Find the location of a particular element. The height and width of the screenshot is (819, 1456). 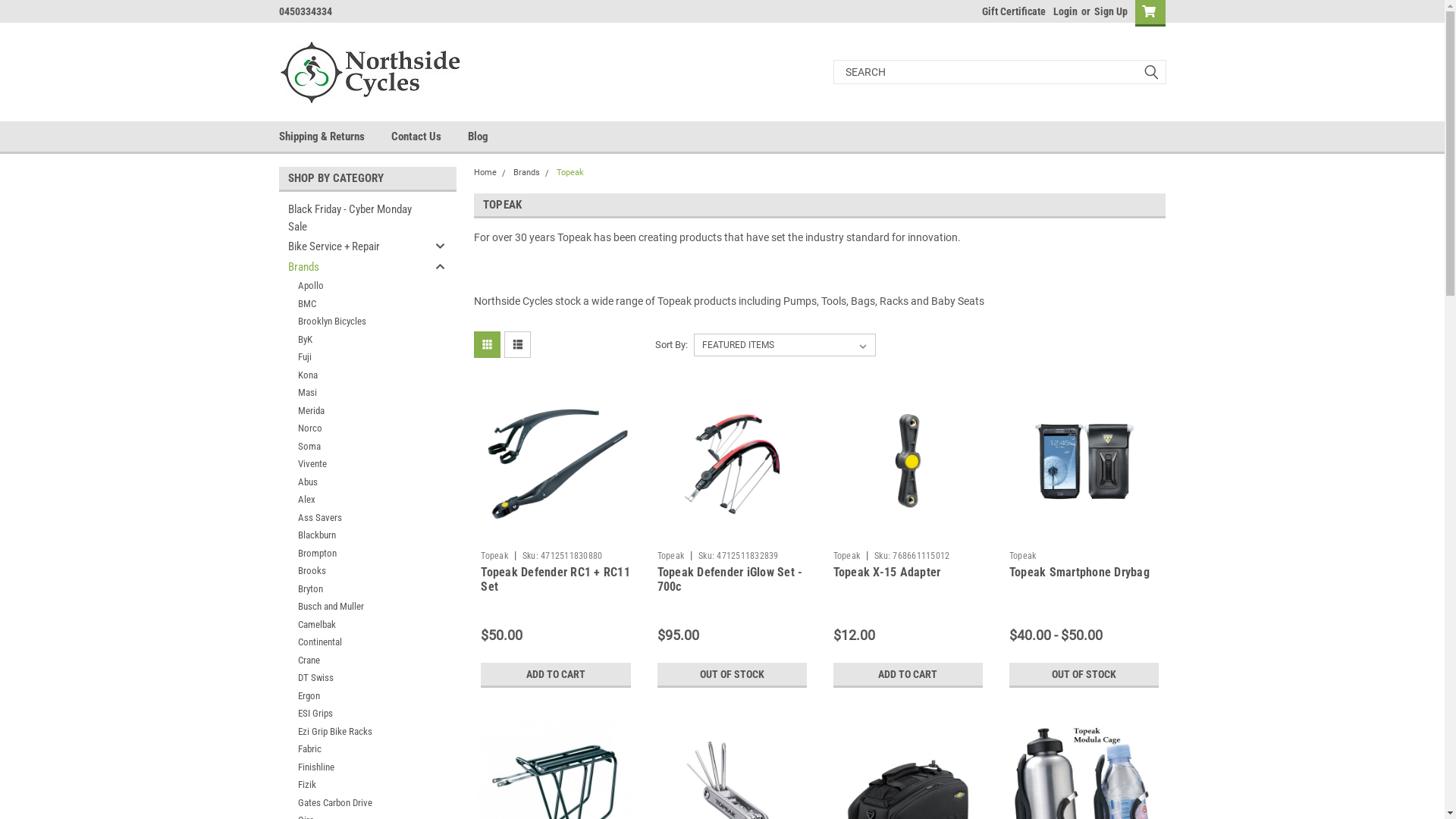

'Home' is located at coordinates (484, 171).